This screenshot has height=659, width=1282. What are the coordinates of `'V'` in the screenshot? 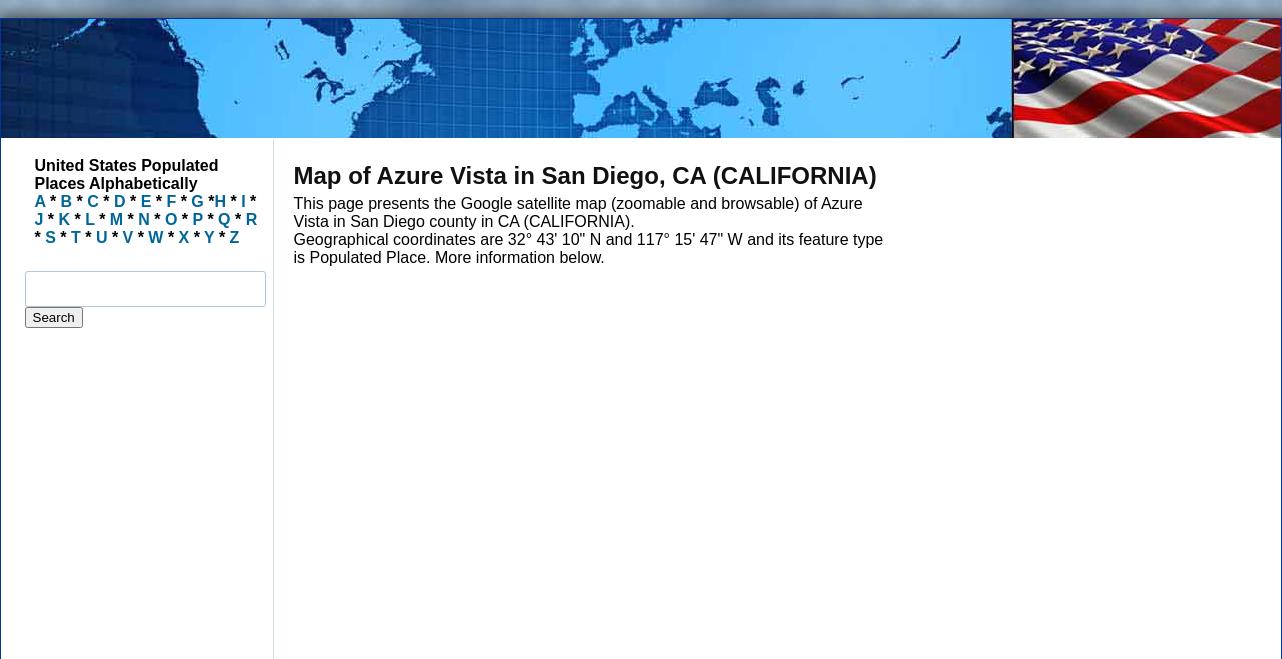 It's located at (126, 236).